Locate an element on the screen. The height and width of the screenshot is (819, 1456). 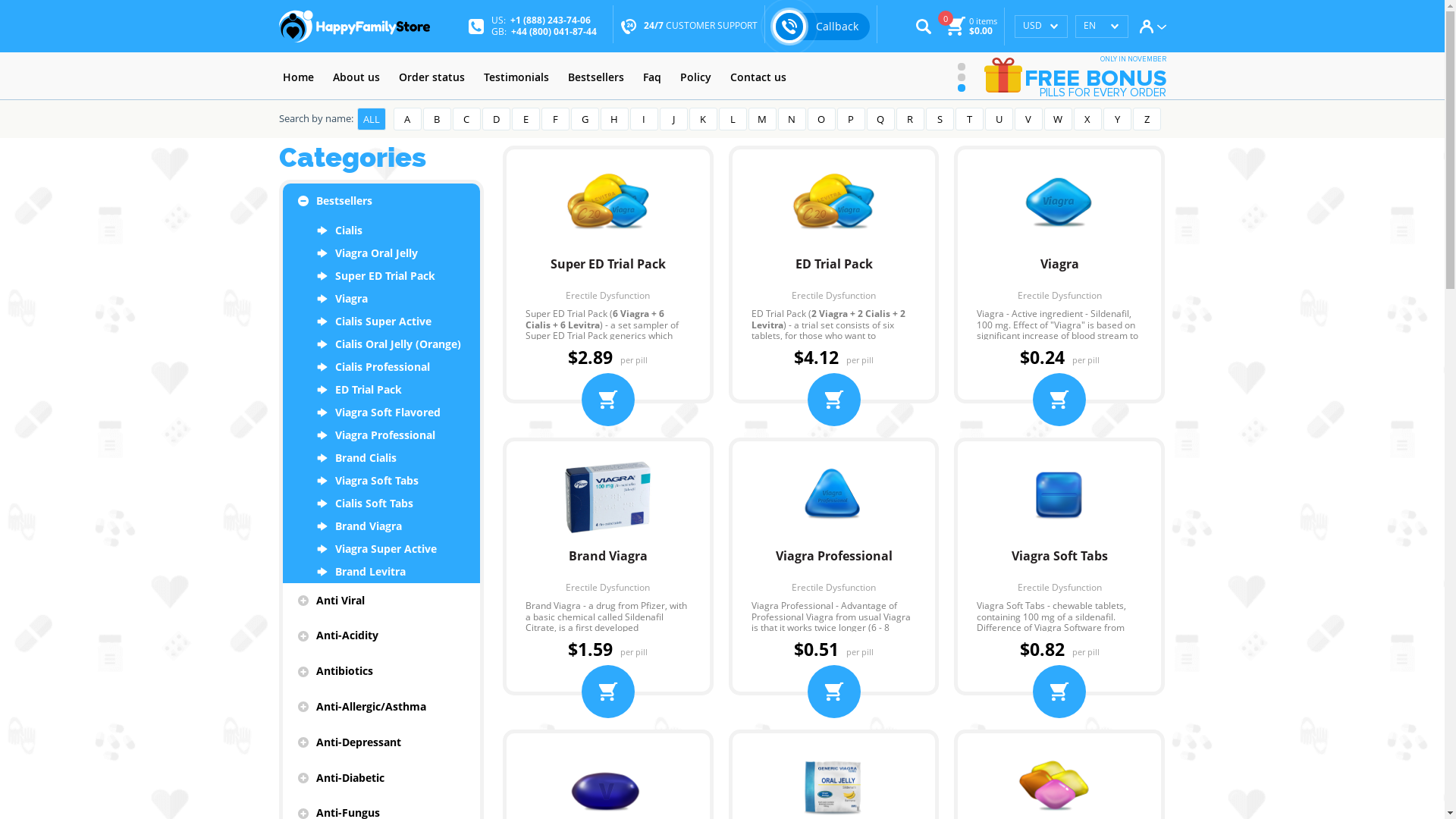
'V' is located at coordinates (1028, 118).